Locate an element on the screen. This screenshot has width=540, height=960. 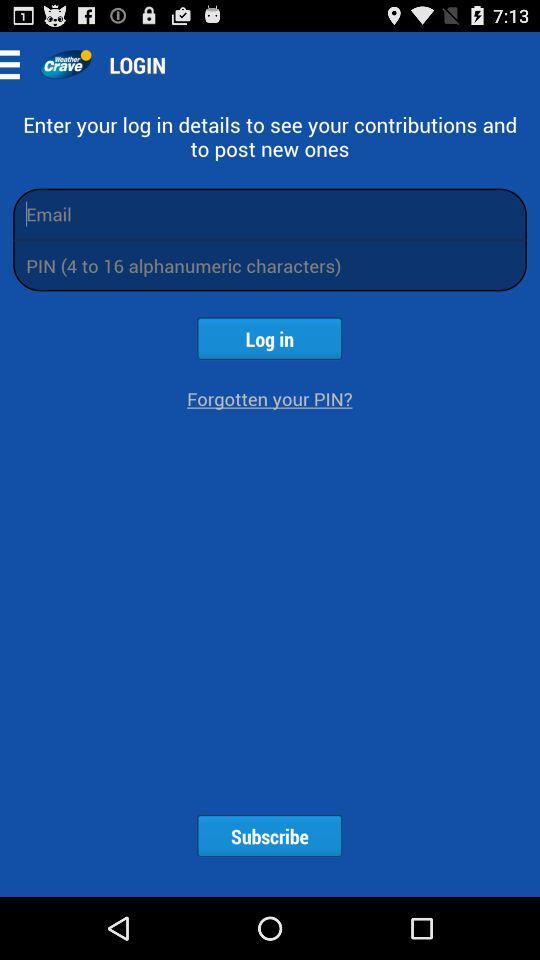
menu is located at coordinates (15, 64).